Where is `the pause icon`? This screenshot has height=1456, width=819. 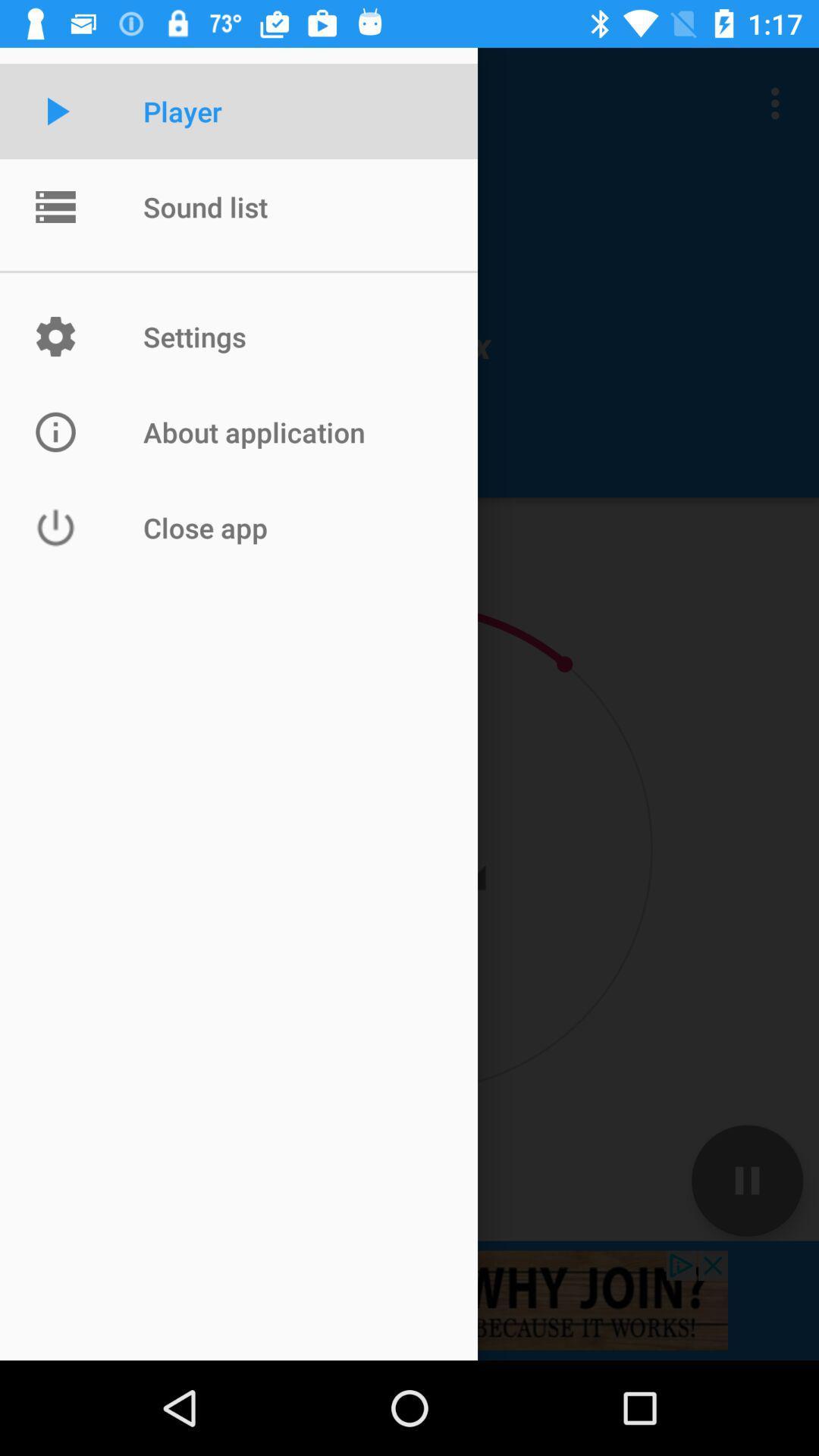
the pause icon is located at coordinates (746, 1179).